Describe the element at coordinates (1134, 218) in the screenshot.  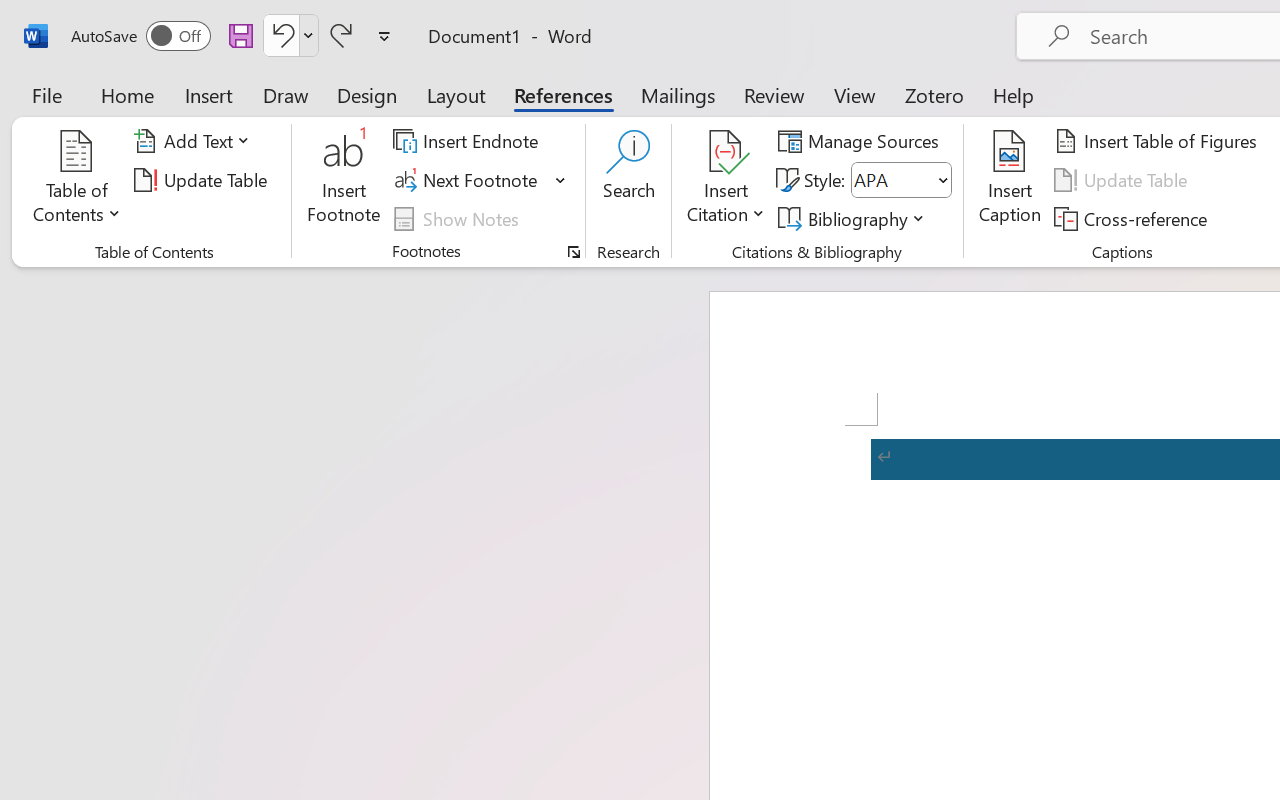
I see `'Cross-reference...'` at that location.